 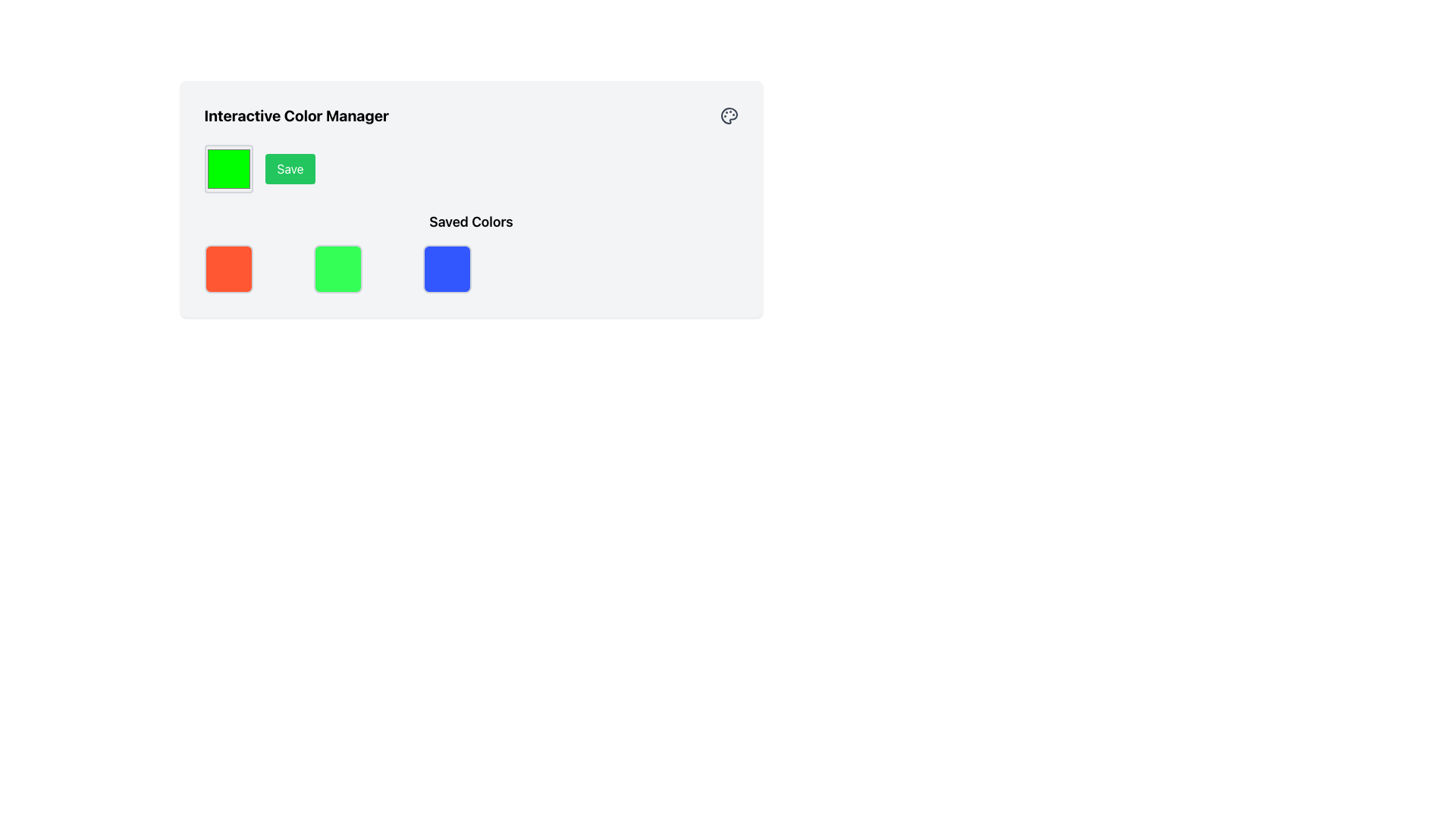 I want to click on the bright green colored square button with a rounded border located in the 'Saved Colors' section, second from the left in the lower row, so click(x=337, y=268).